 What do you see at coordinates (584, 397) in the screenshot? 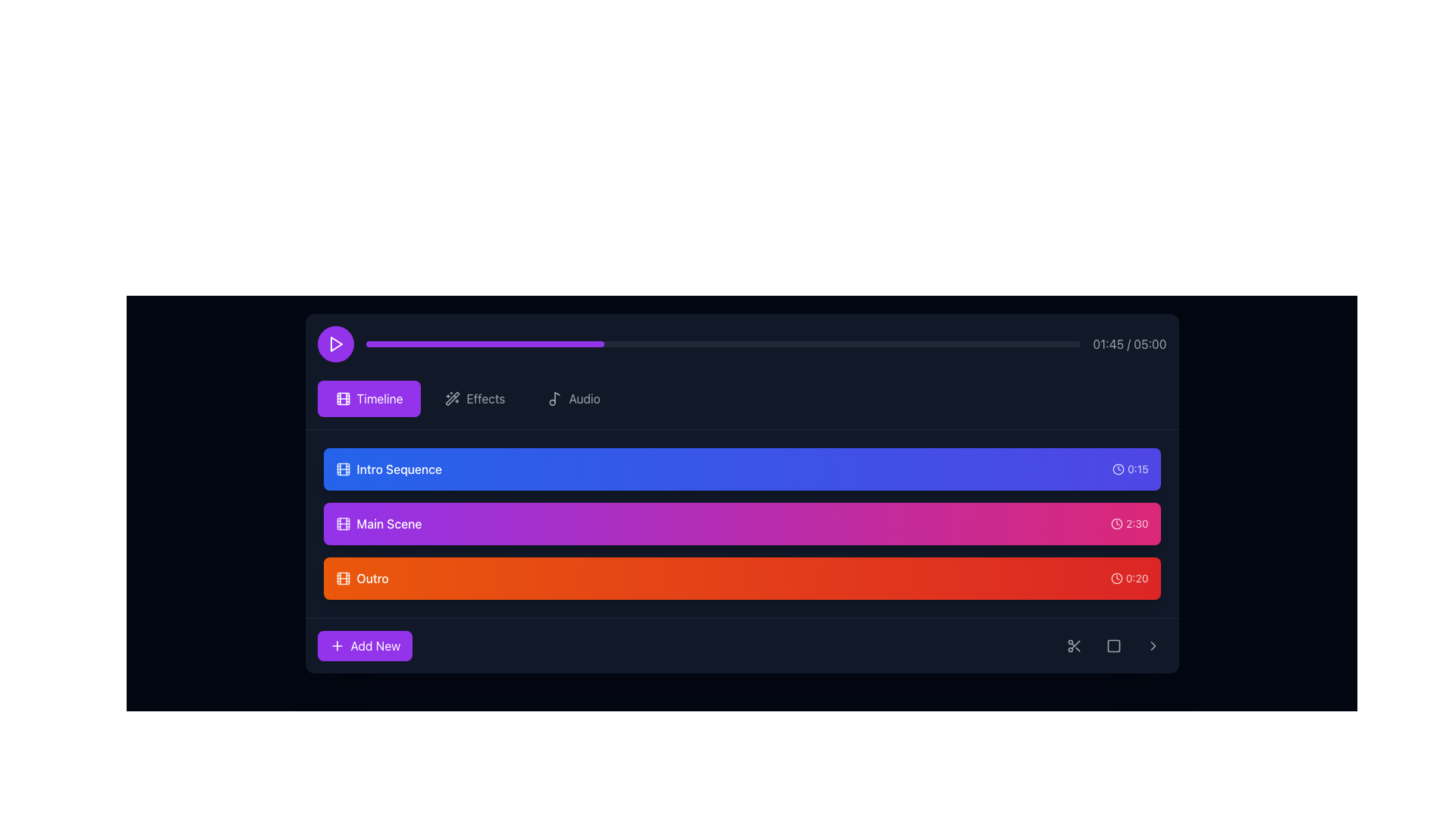
I see `the 'Audio' text label, which is displayed in light gray font against a dark background and is located to the right of a musical note icon` at bounding box center [584, 397].